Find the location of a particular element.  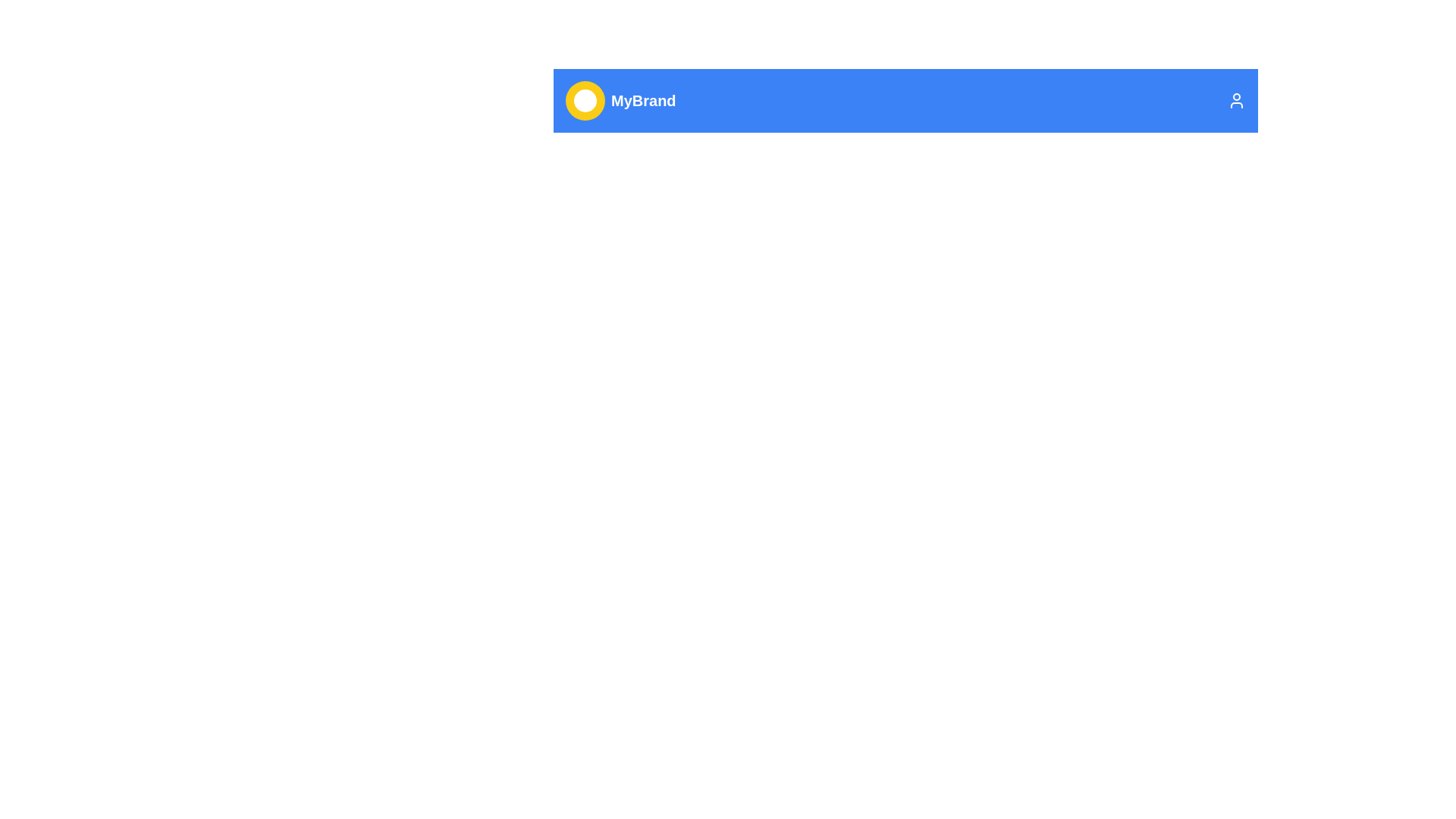

the 'MyBrand' text label displayed in bold and large font on a blue background, located in the header section, immediately to the right of a circular yellow icon is located at coordinates (643, 100).